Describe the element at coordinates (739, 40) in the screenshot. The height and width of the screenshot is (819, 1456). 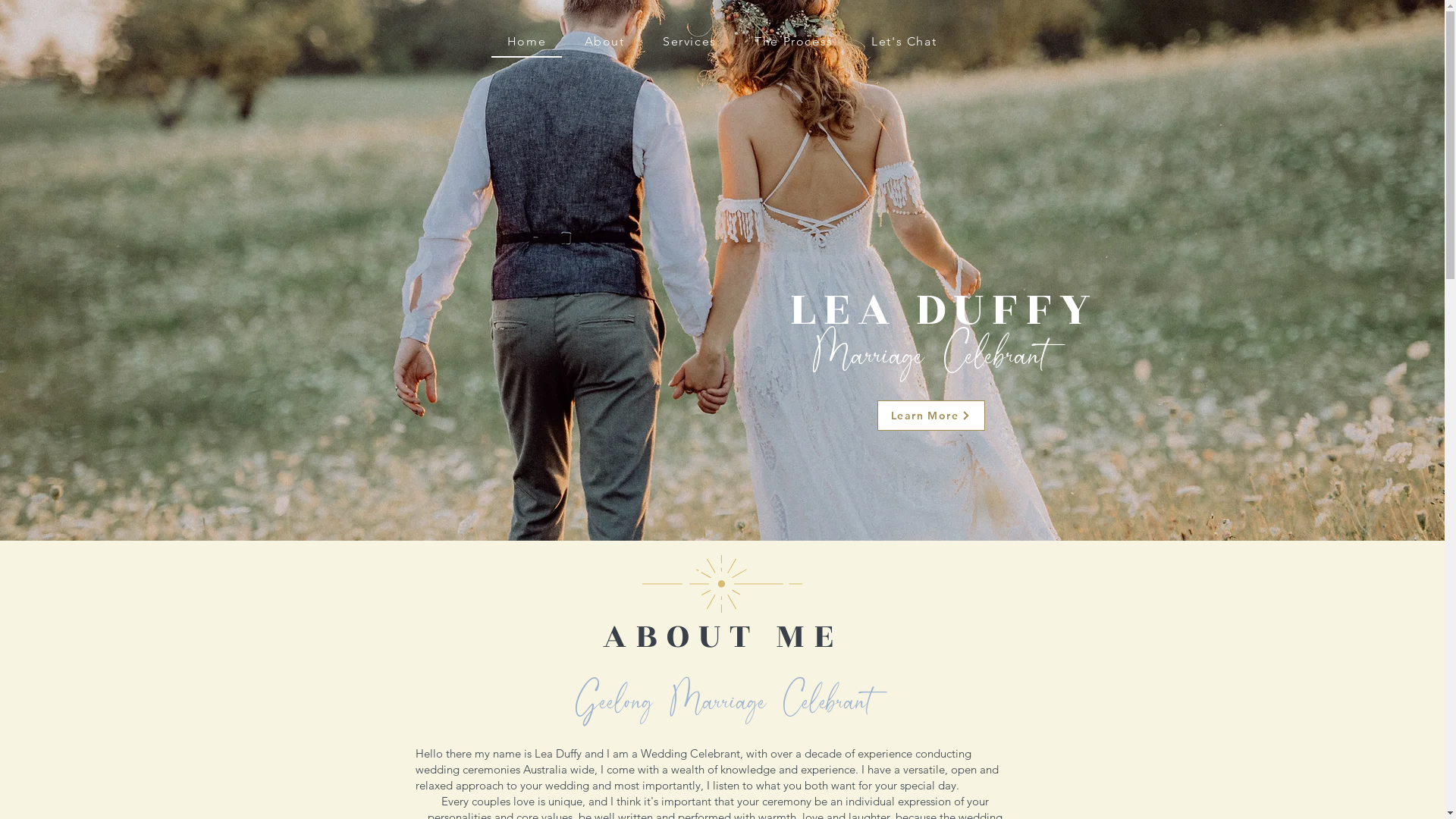
I see `'The Process'` at that location.